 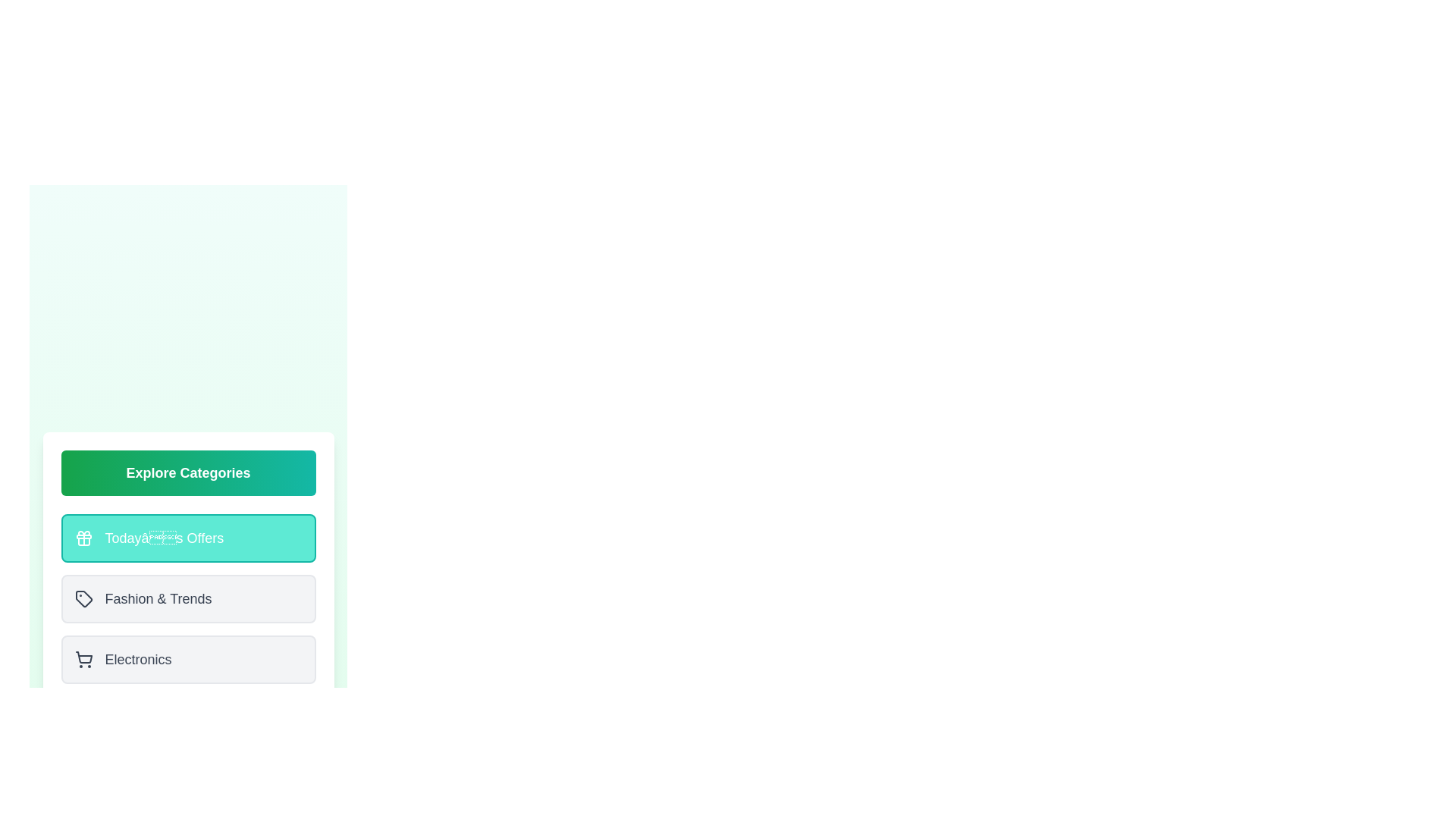 I want to click on the footer text displaying the selected category, so click(x=187, y=719).